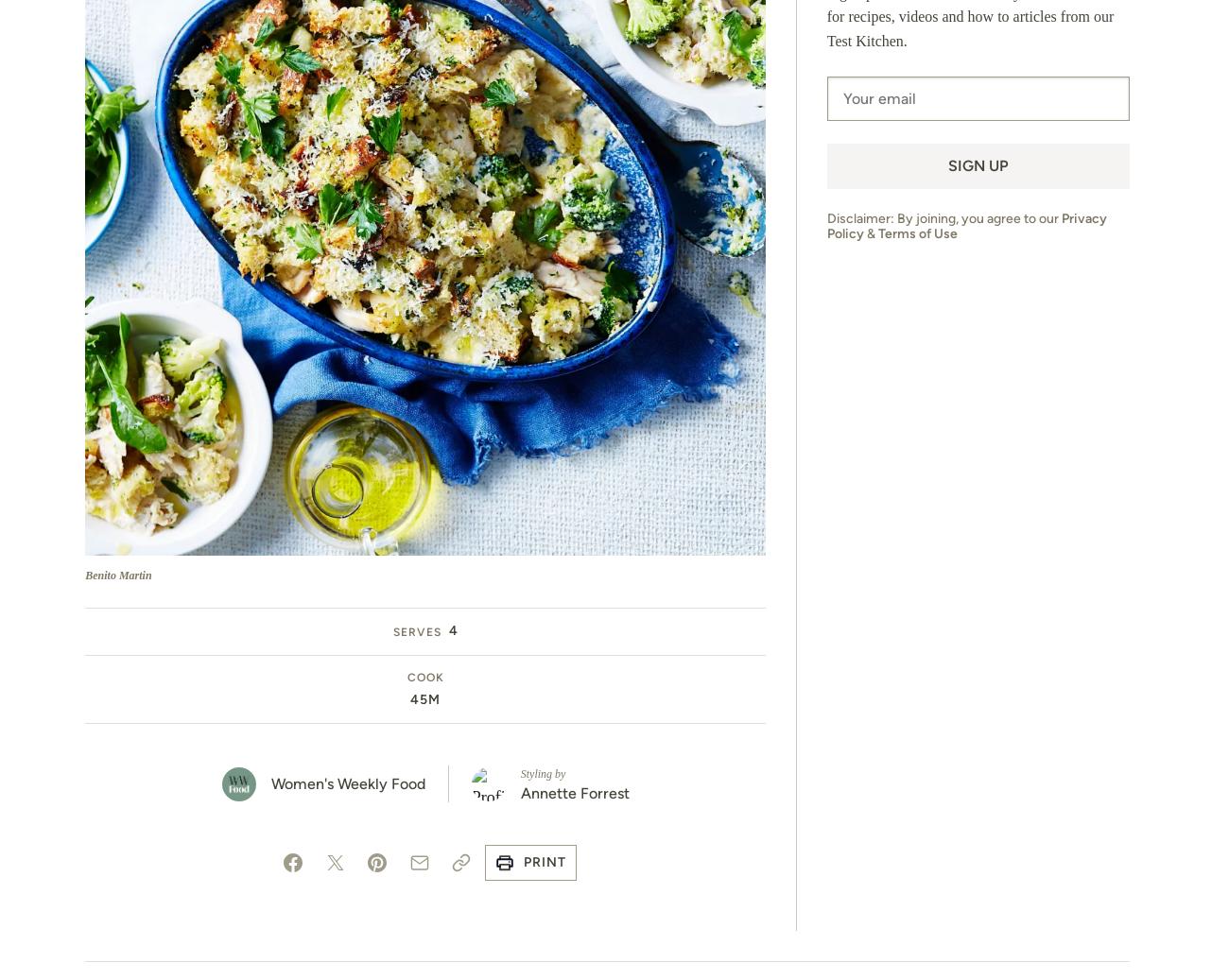  I want to click on '&', so click(869, 232).